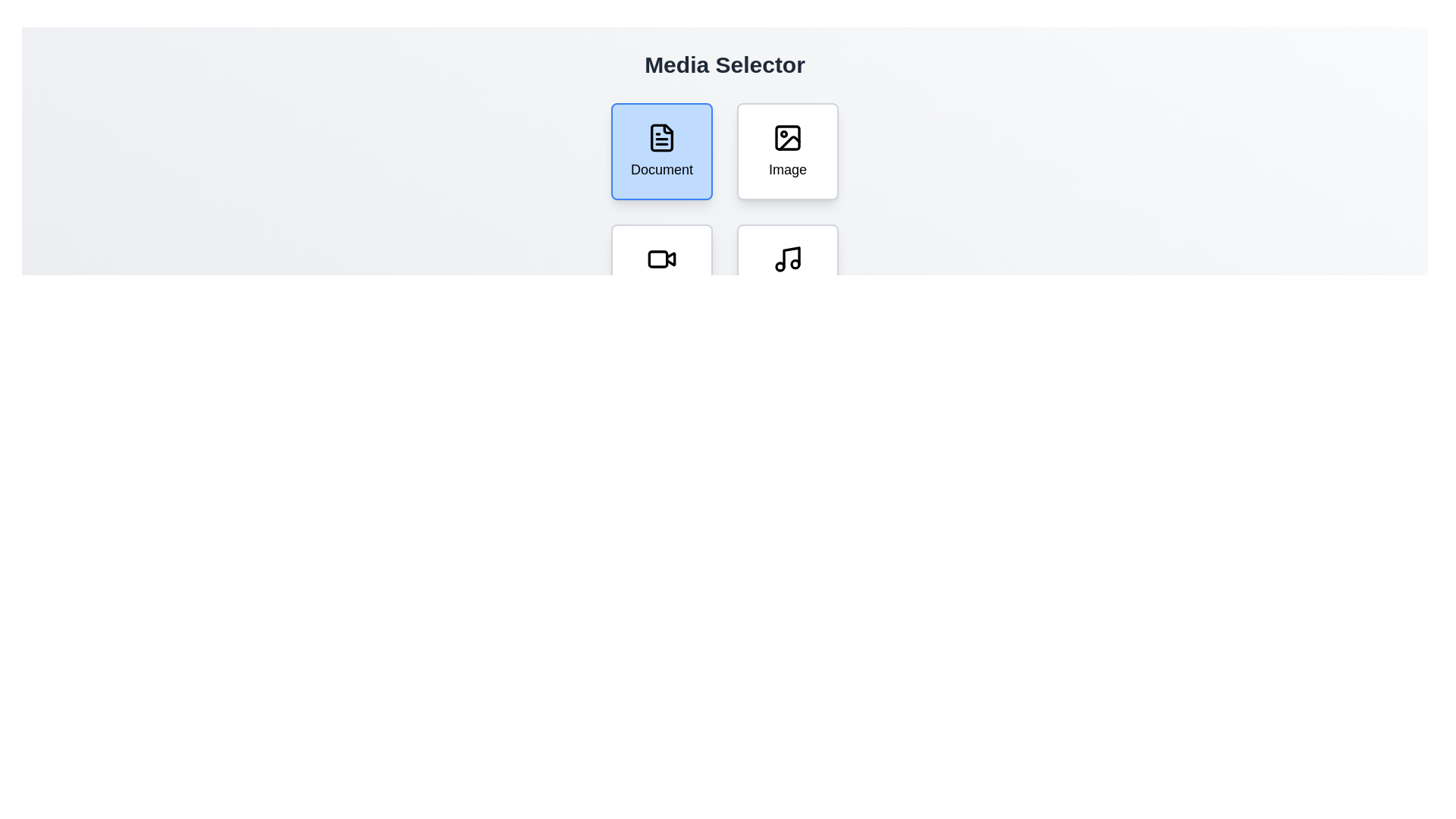 The width and height of the screenshot is (1456, 819). What do you see at coordinates (723, 64) in the screenshot?
I see `the heading text 'Media Selector'` at bounding box center [723, 64].